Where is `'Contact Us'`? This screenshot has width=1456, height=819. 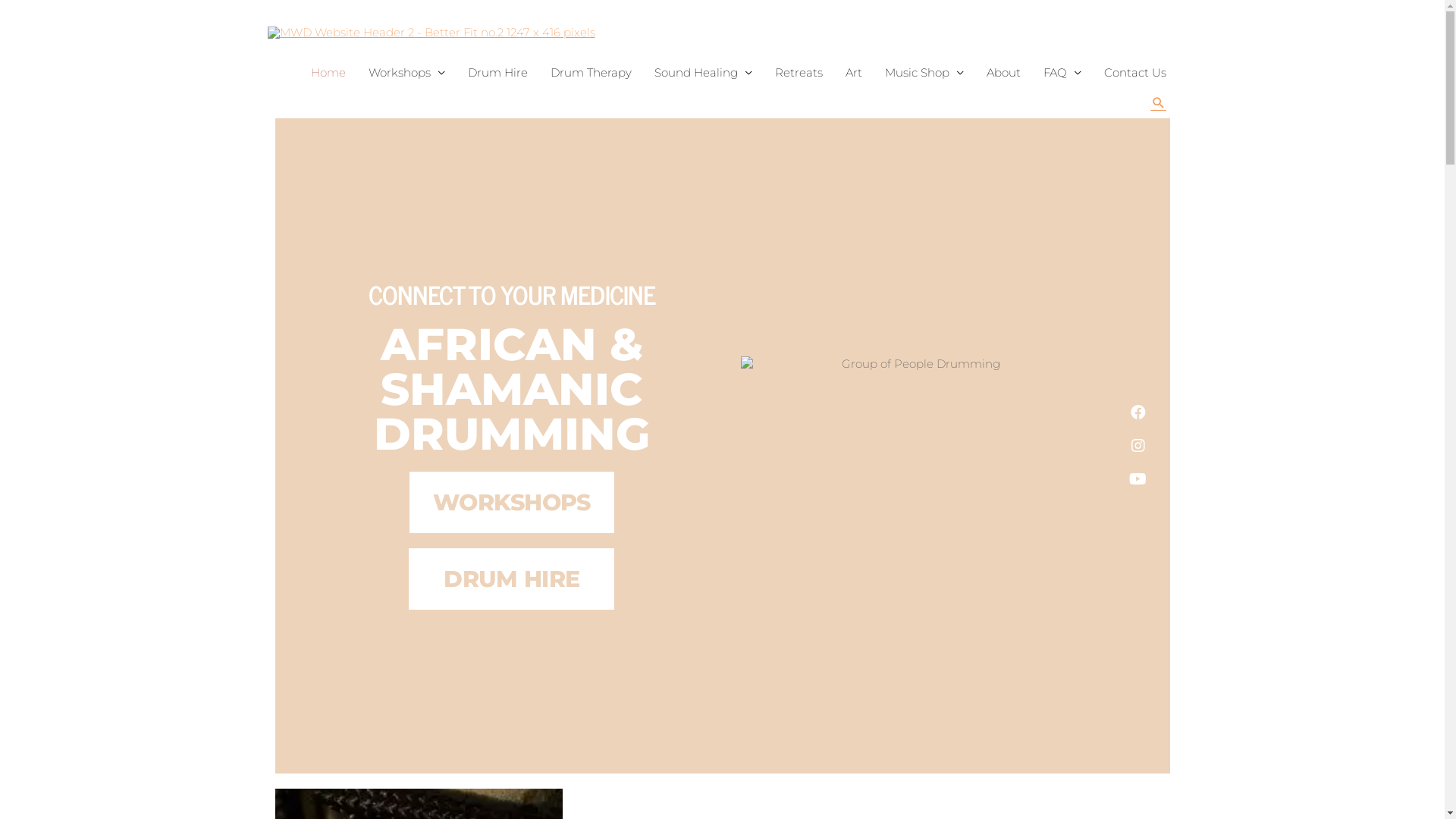
'Contact Us' is located at coordinates (1134, 73).